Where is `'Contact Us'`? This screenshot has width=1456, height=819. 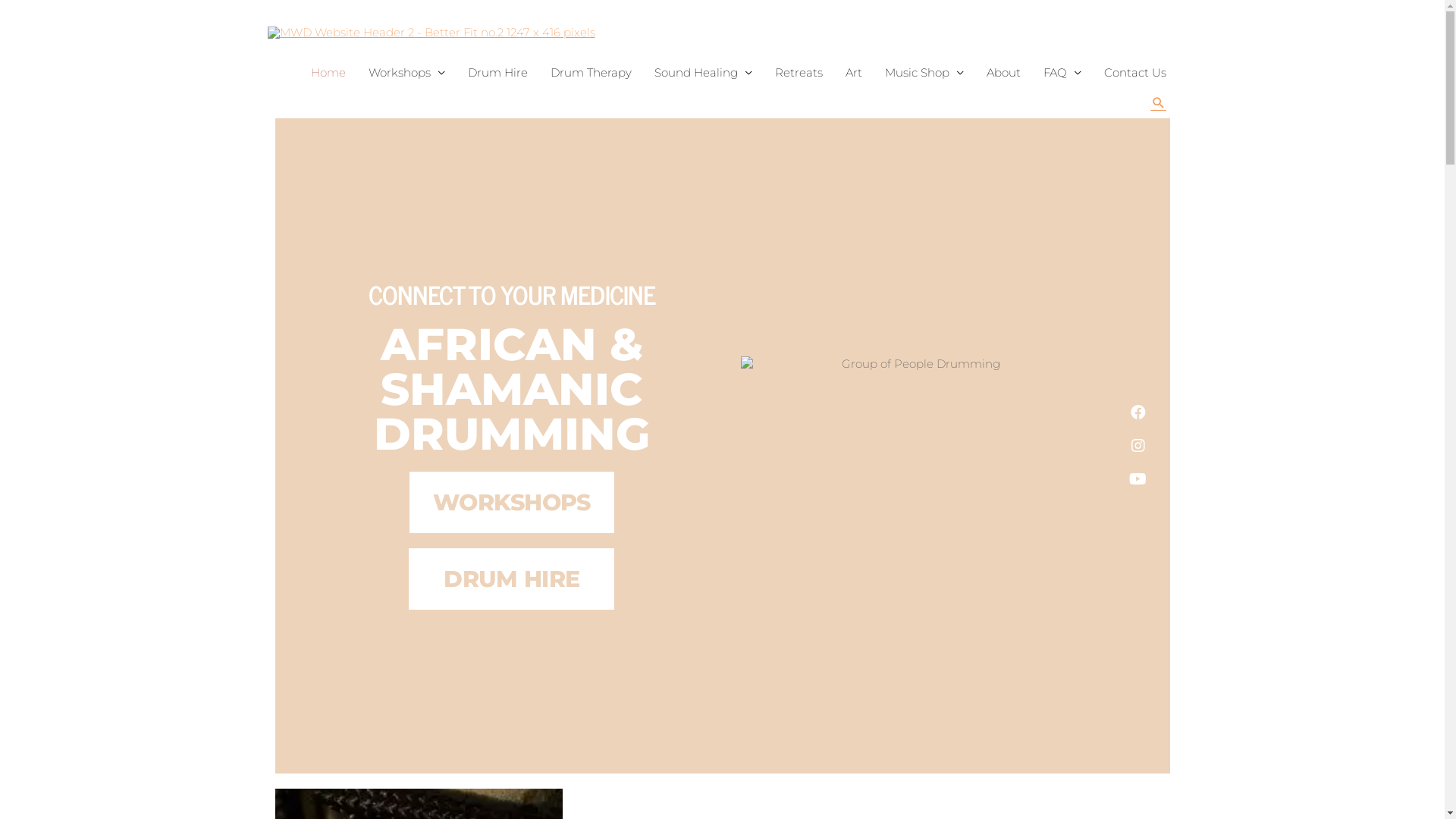
'Contact Us' is located at coordinates (1134, 73).